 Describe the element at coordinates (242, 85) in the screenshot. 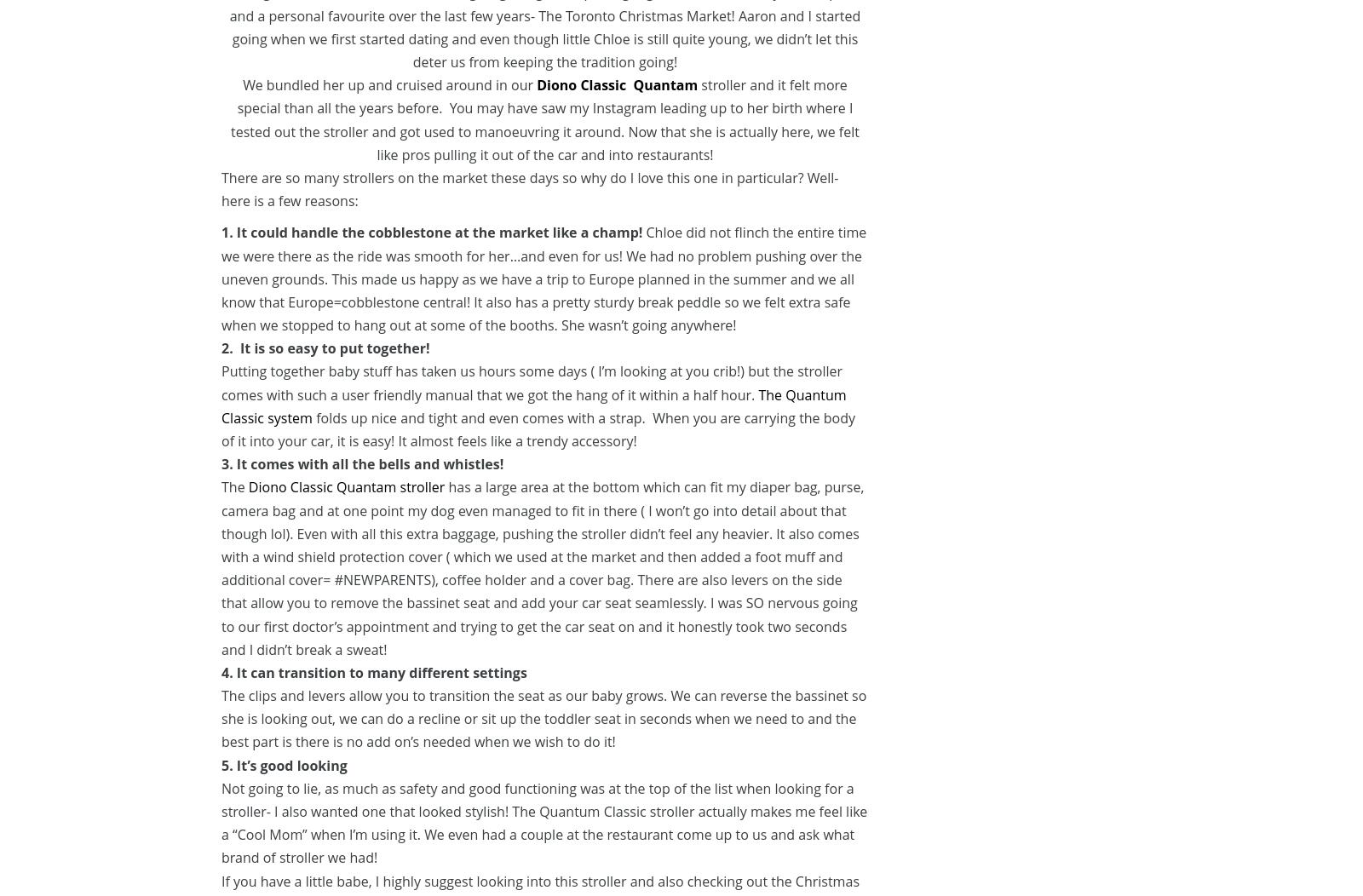

I see `'We bundled her up and cruised around in our'` at that location.